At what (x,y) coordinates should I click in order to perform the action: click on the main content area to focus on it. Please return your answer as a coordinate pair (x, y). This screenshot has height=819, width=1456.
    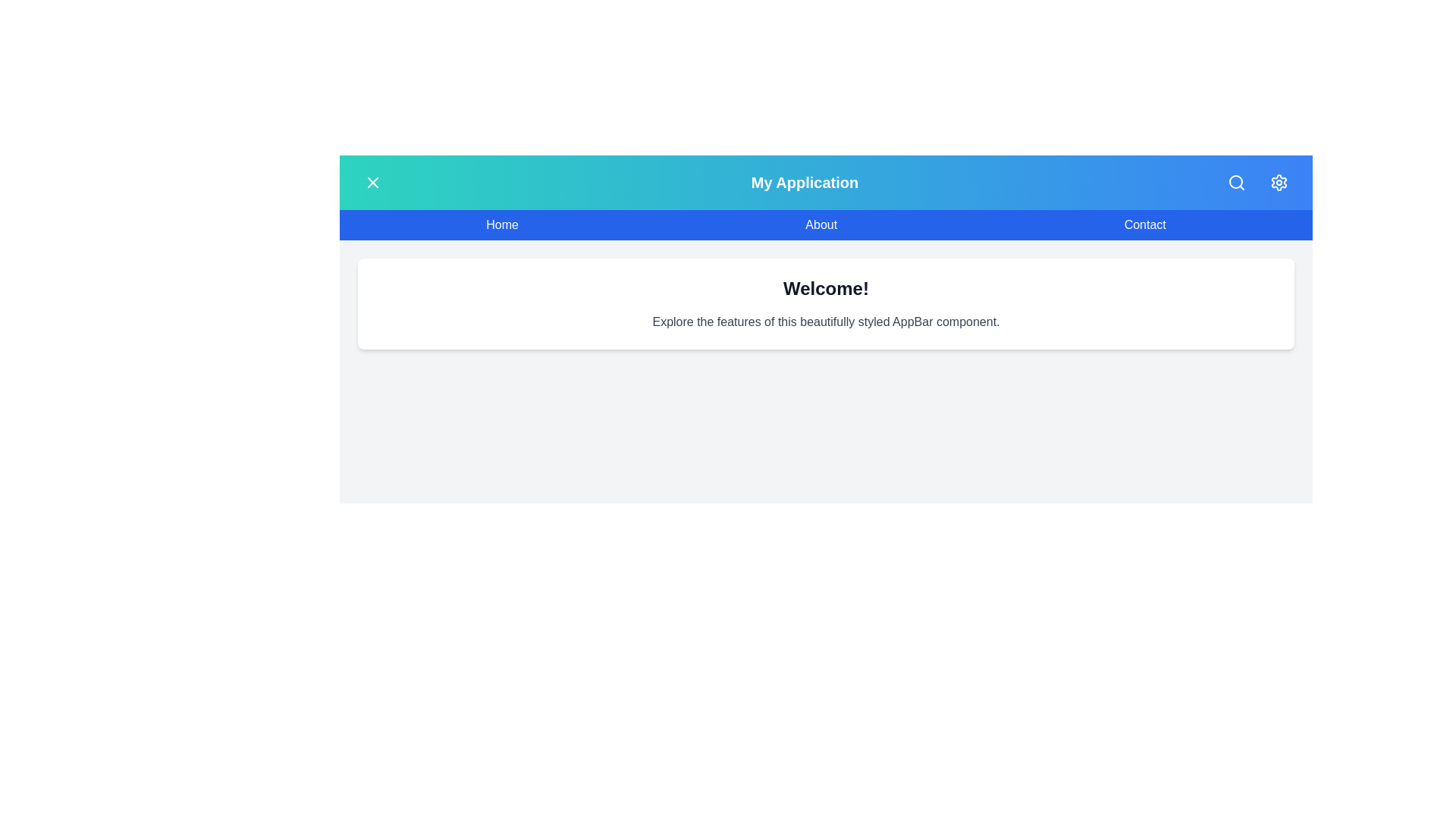
    Looking at the image, I should click on (825, 607).